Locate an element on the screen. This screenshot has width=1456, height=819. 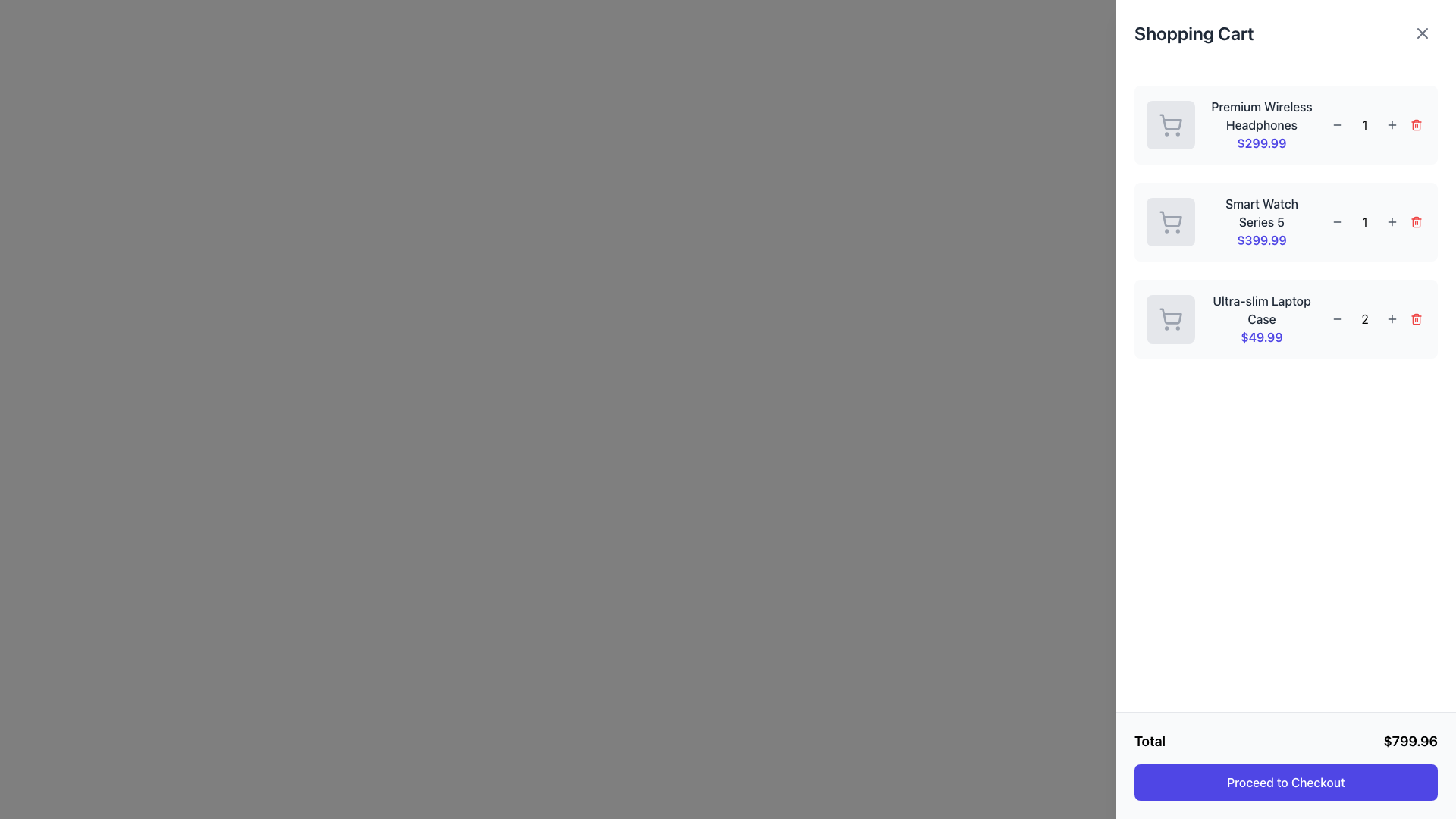
the static text displaying the number '1' under the product 'Smart Watch Series 5' in the shopping cart, located between the decrement and increment buttons is located at coordinates (1365, 222).